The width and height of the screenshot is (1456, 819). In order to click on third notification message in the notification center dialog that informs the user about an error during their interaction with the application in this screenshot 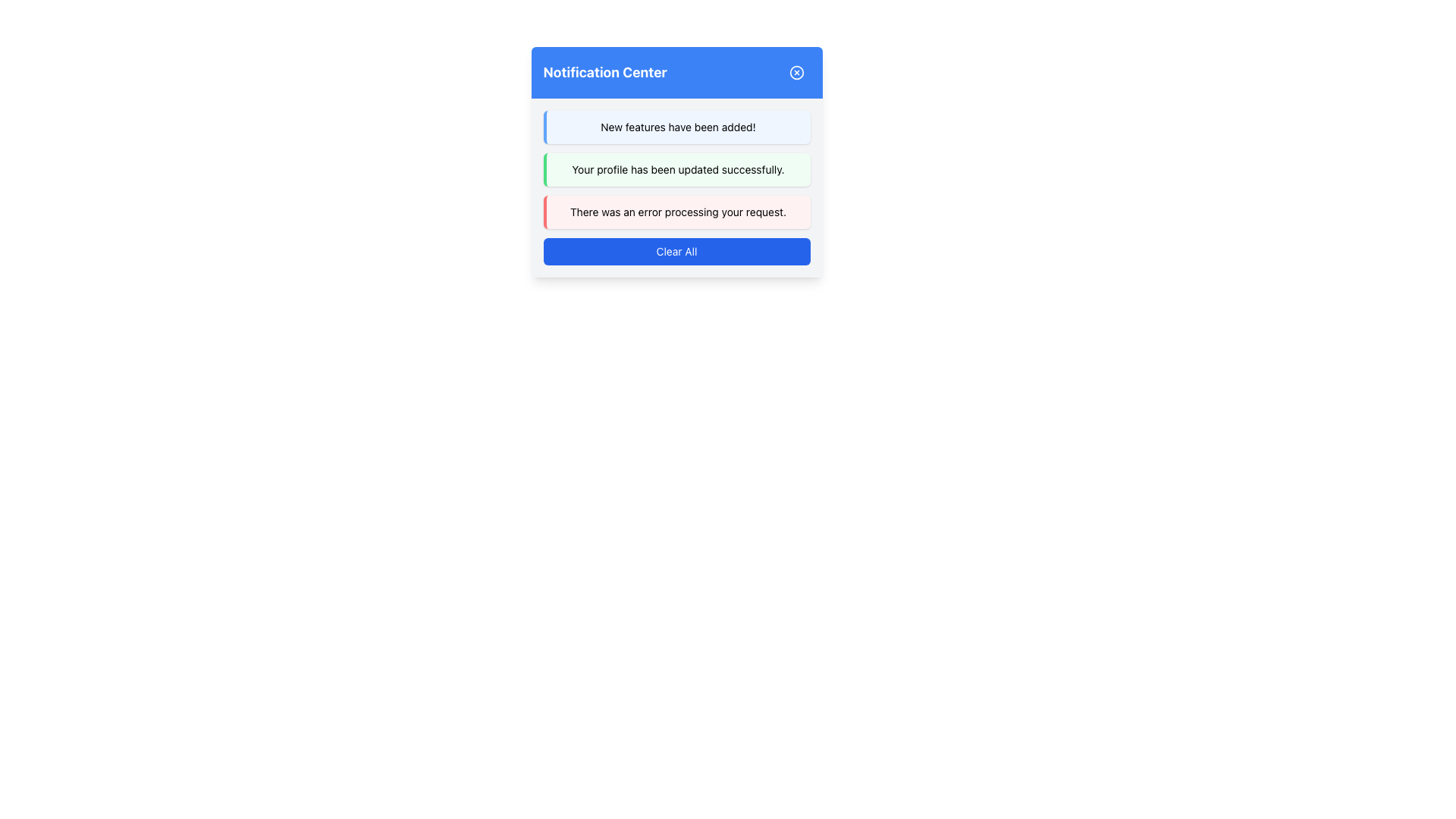, I will do `click(676, 212)`.